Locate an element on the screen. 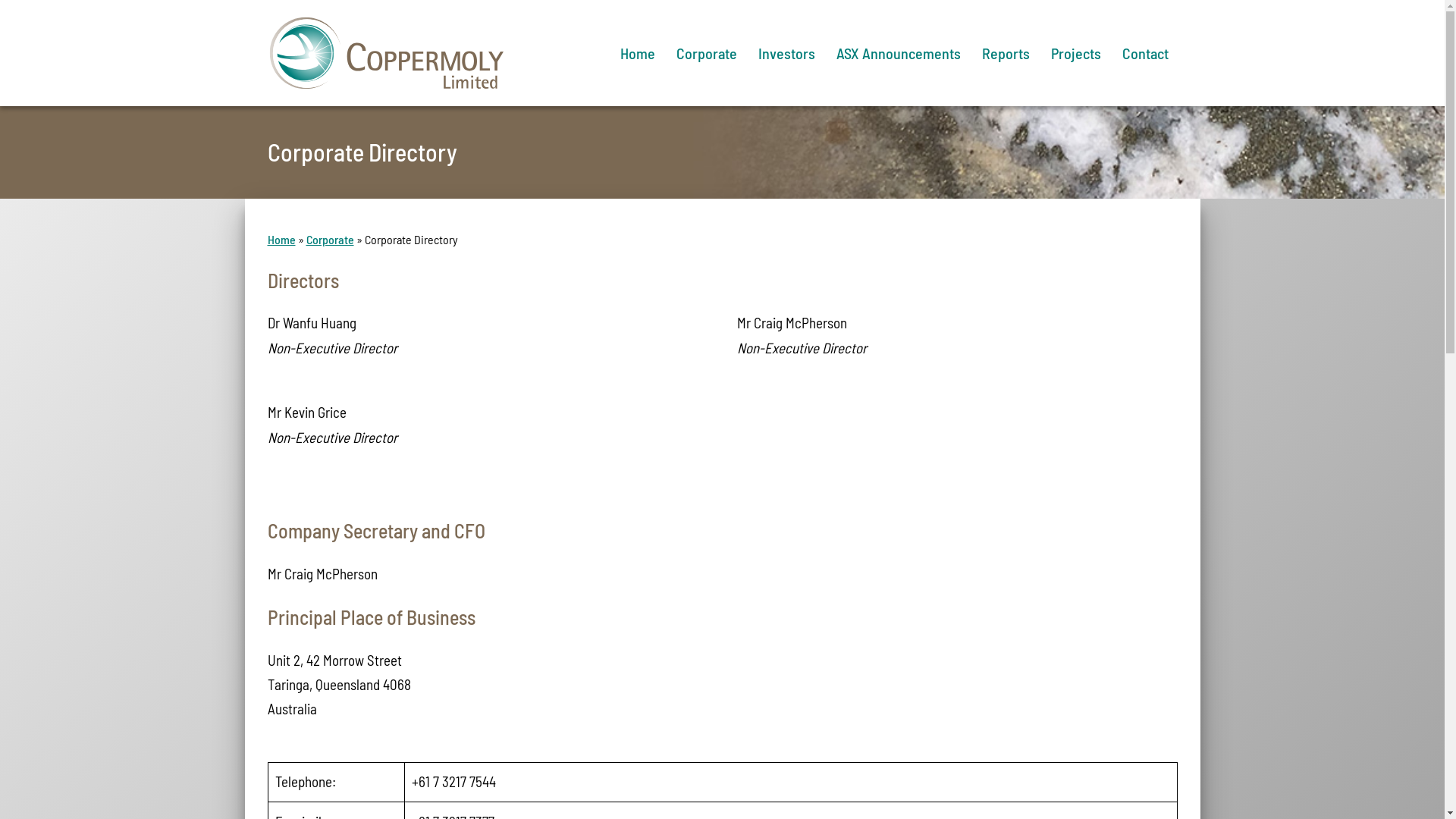 This screenshot has width=1456, height=819. 'ASX Announcements' is located at coordinates (898, 52).